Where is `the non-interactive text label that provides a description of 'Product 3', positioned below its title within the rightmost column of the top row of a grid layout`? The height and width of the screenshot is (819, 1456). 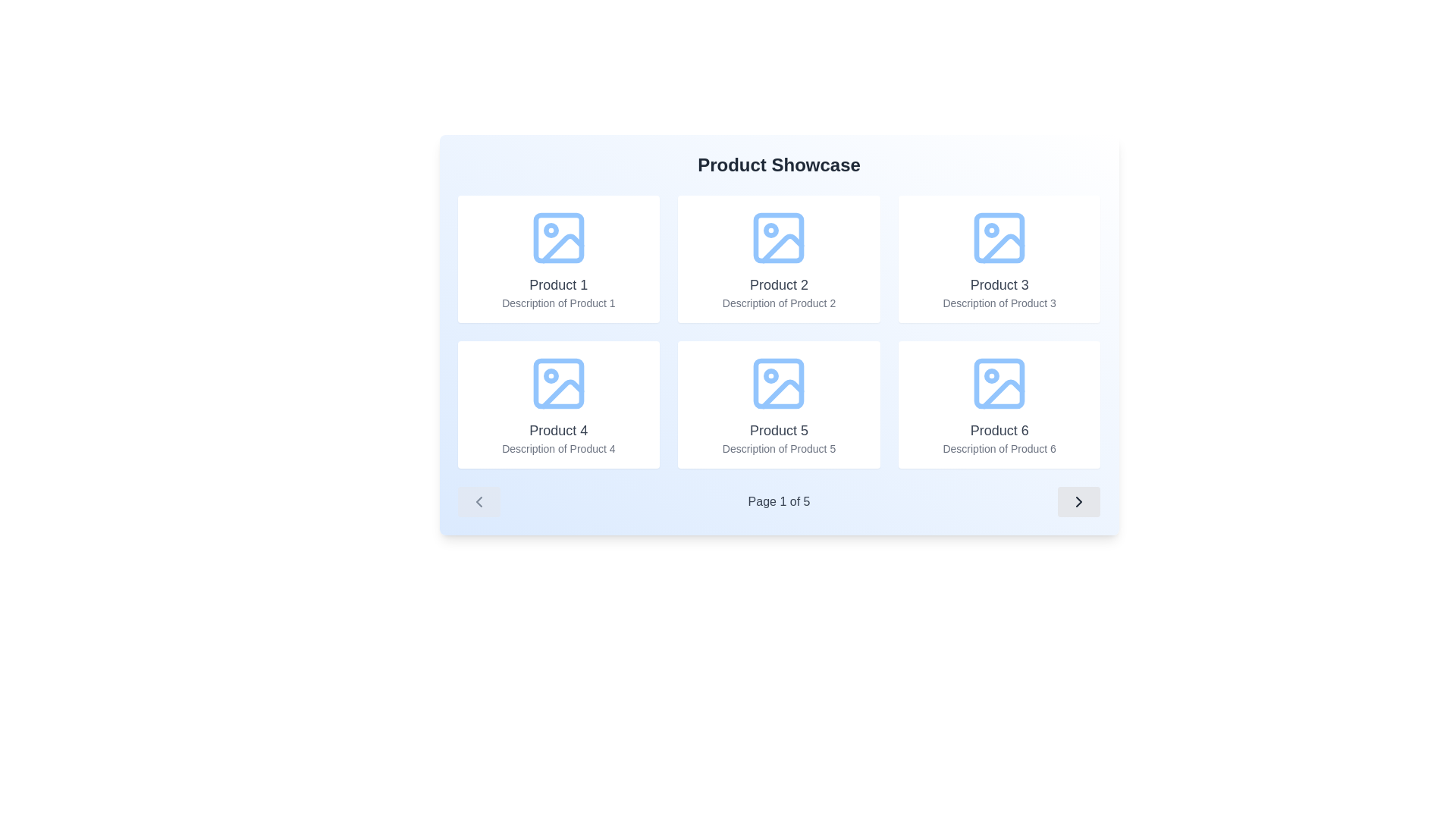
the non-interactive text label that provides a description of 'Product 3', positioned below its title within the rightmost column of the top row of a grid layout is located at coordinates (999, 303).